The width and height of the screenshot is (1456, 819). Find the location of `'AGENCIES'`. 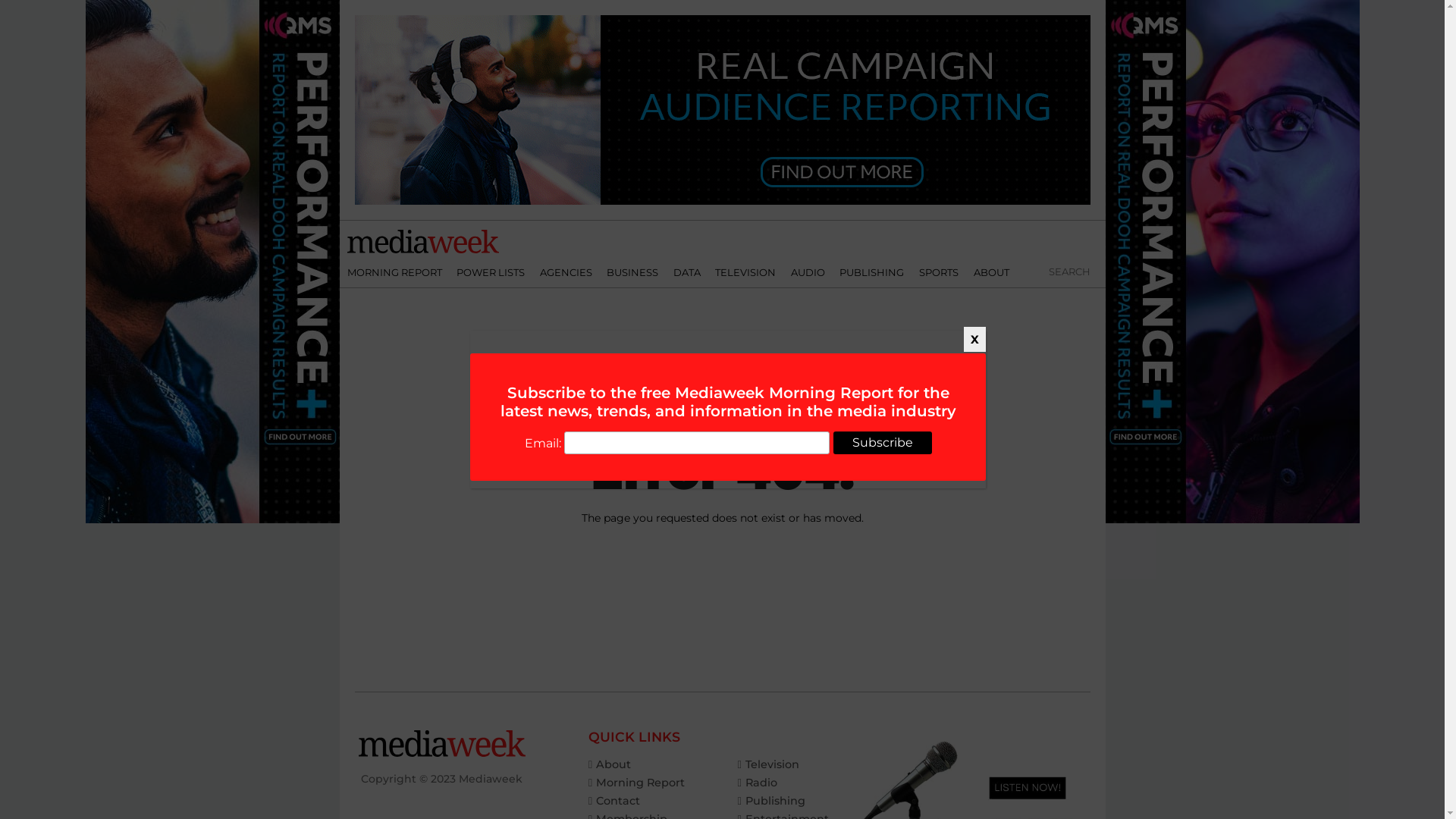

'AGENCIES' is located at coordinates (565, 271).